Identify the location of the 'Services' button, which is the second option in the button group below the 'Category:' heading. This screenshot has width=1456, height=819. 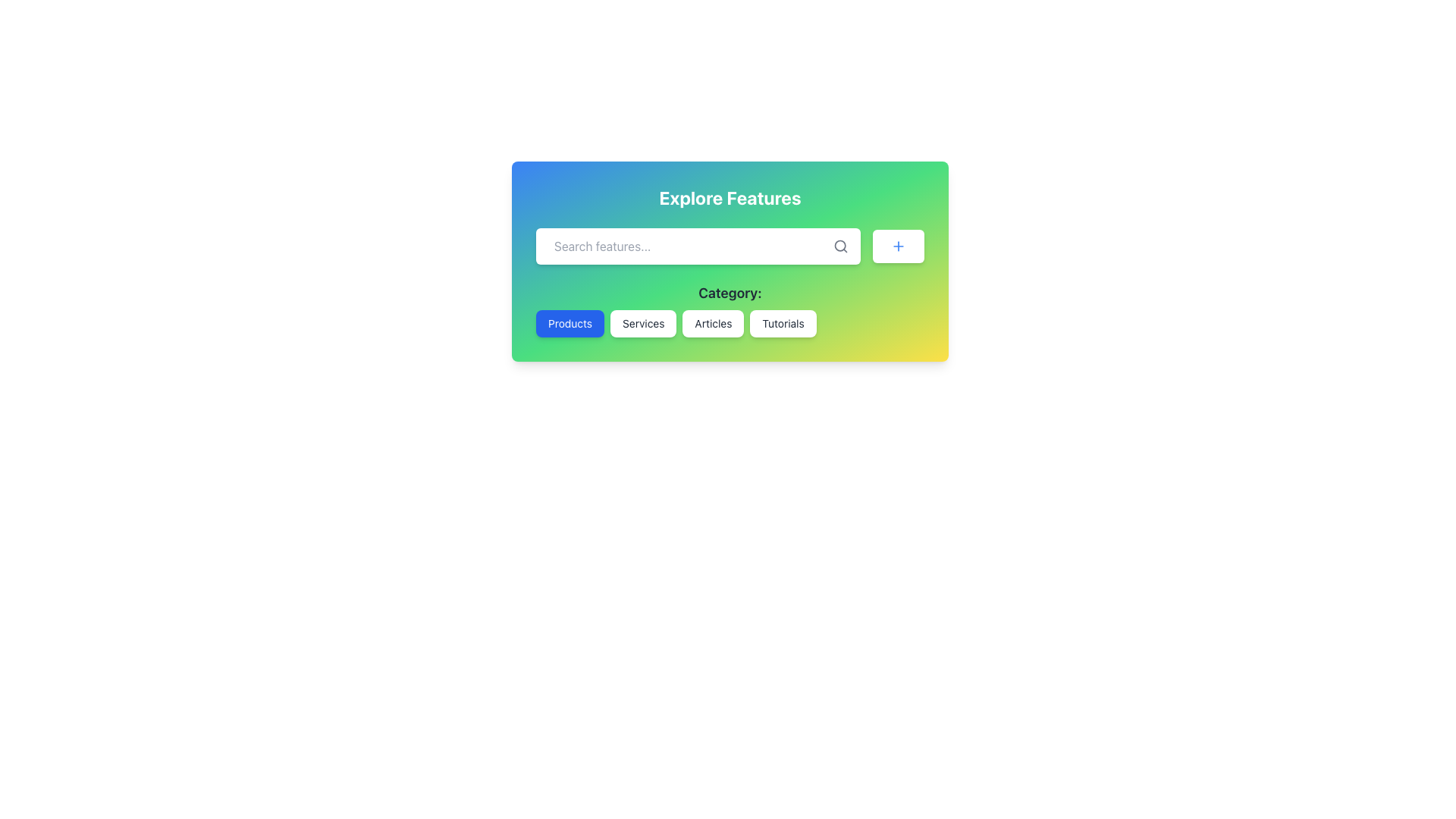
(643, 323).